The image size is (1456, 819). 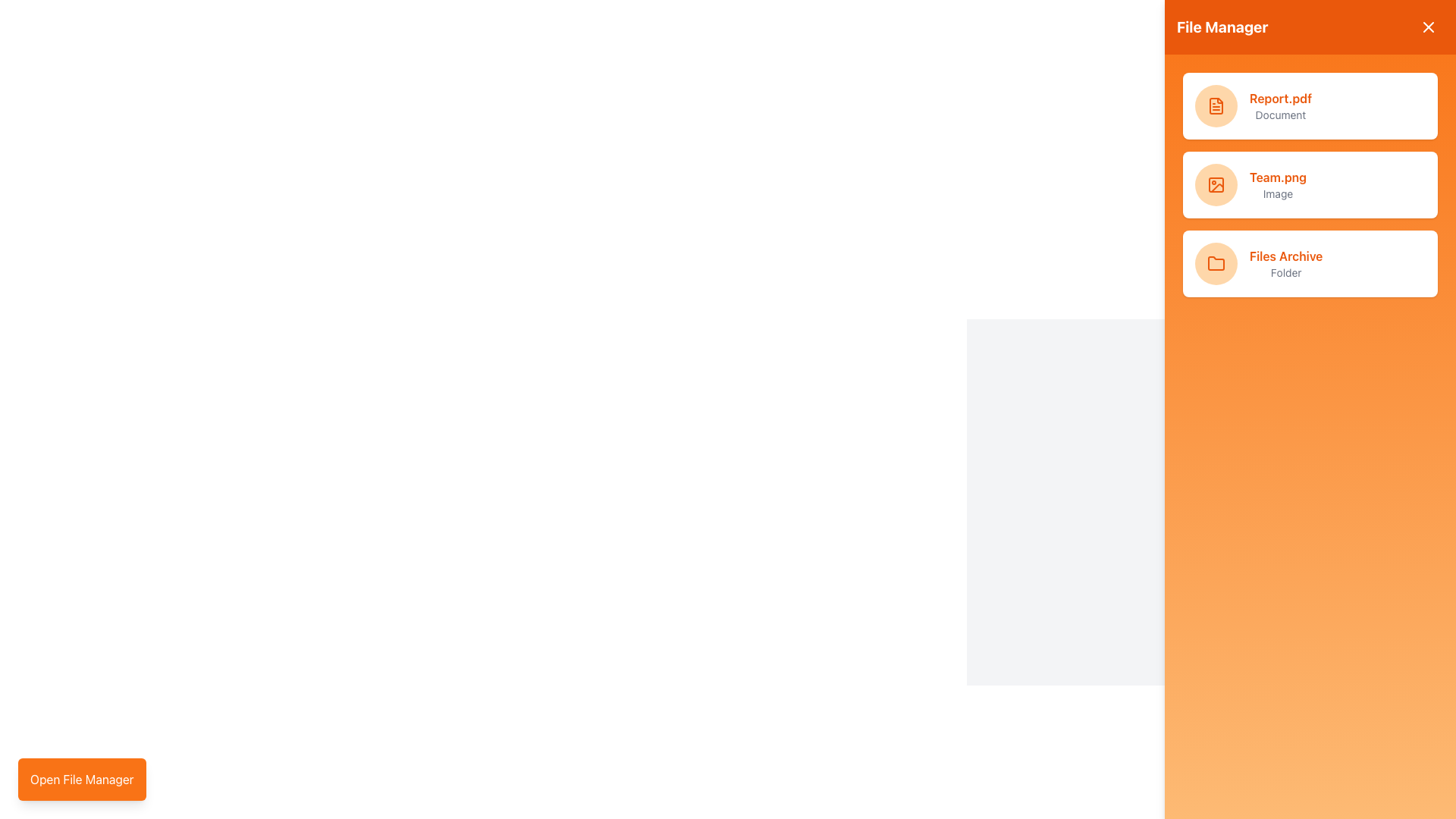 What do you see at coordinates (1216, 184) in the screenshot?
I see `the 'Team.png' icon located at the leftmost position of the rectangular button labeled 'Team.png' for interaction` at bounding box center [1216, 184].